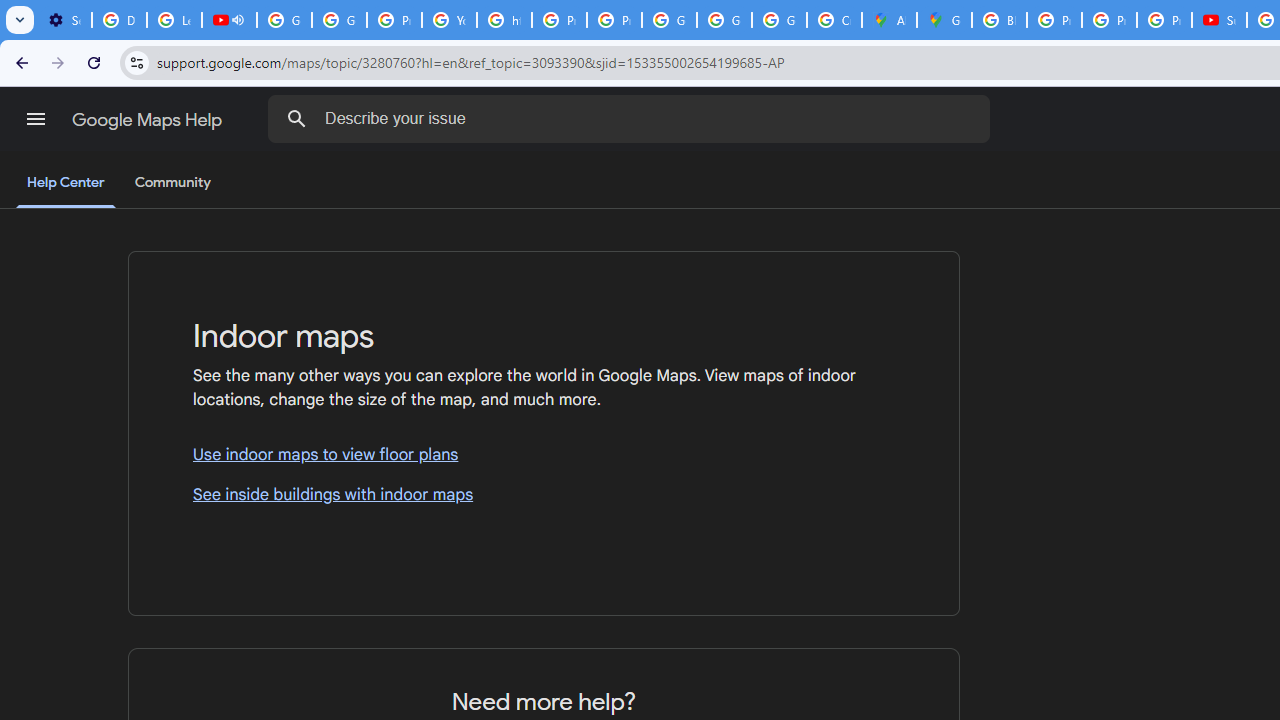  I want to click on 'Settings - Customize profile', so click(64, 20).